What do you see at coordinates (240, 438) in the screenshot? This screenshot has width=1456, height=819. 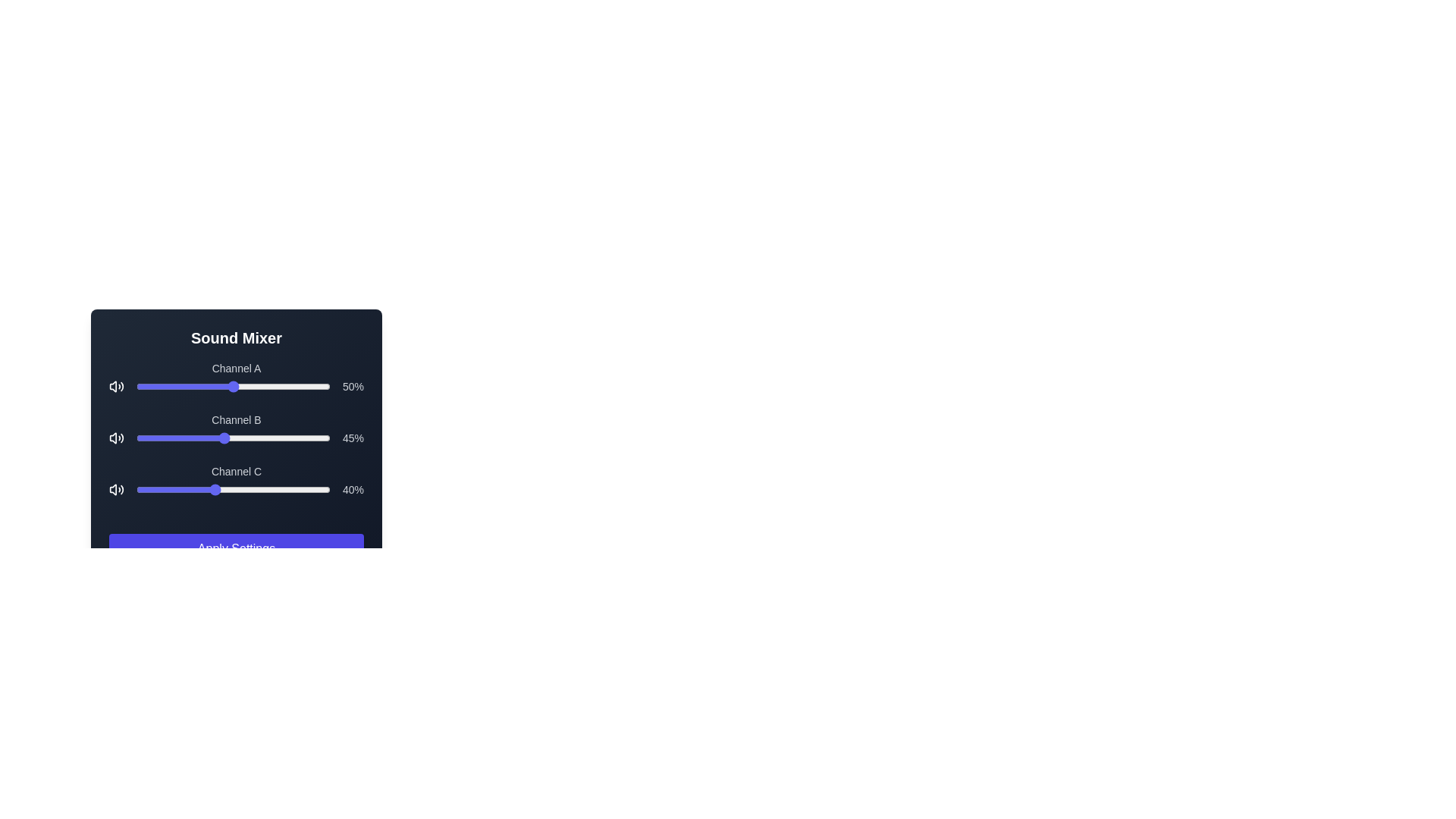 I see `the Channel B volume` at bounding box center [240, 438].